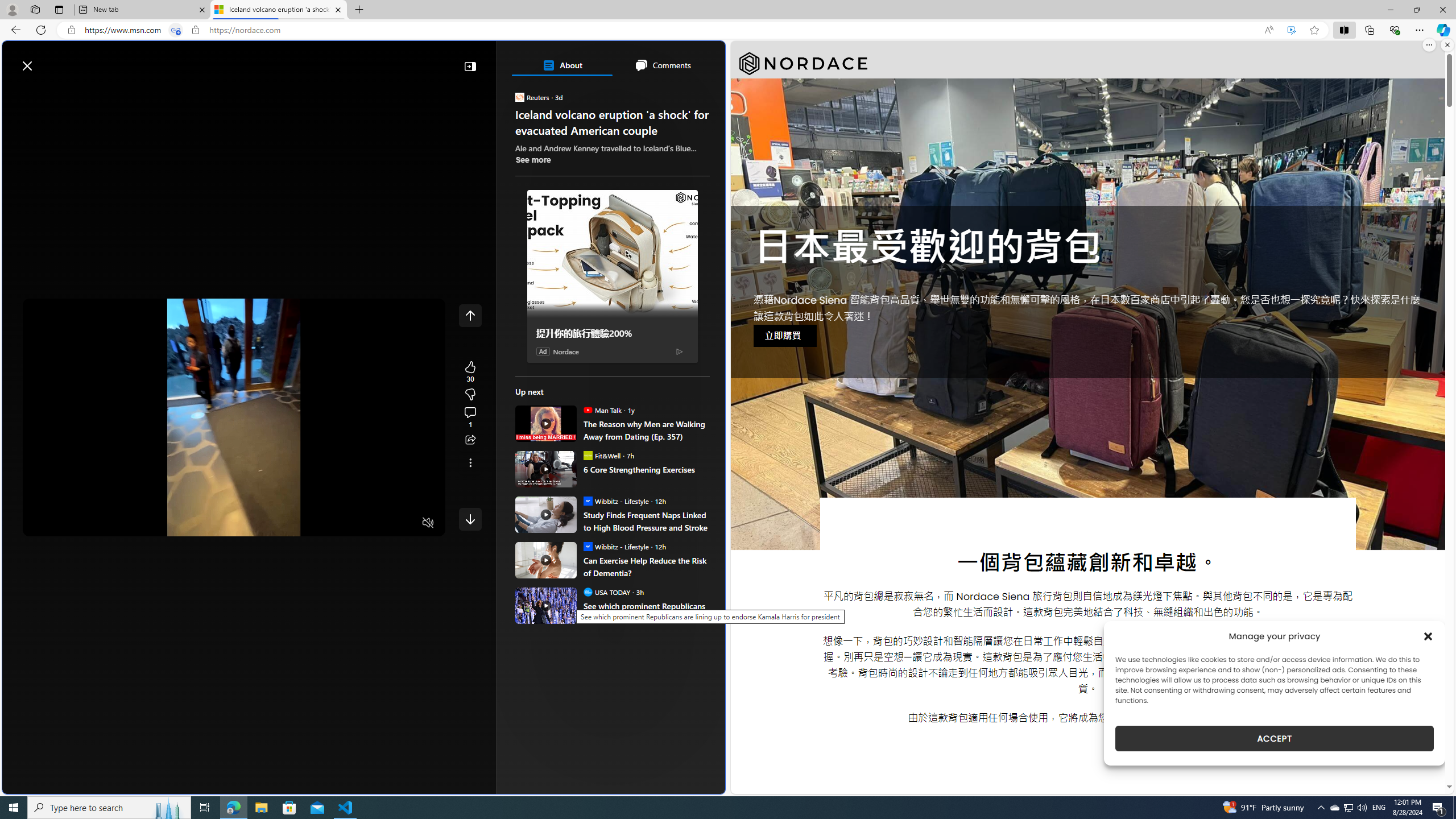 The height and width of the screenshot is (819, 1456). I want to click on 'Enhance video', so click(1291, 30).